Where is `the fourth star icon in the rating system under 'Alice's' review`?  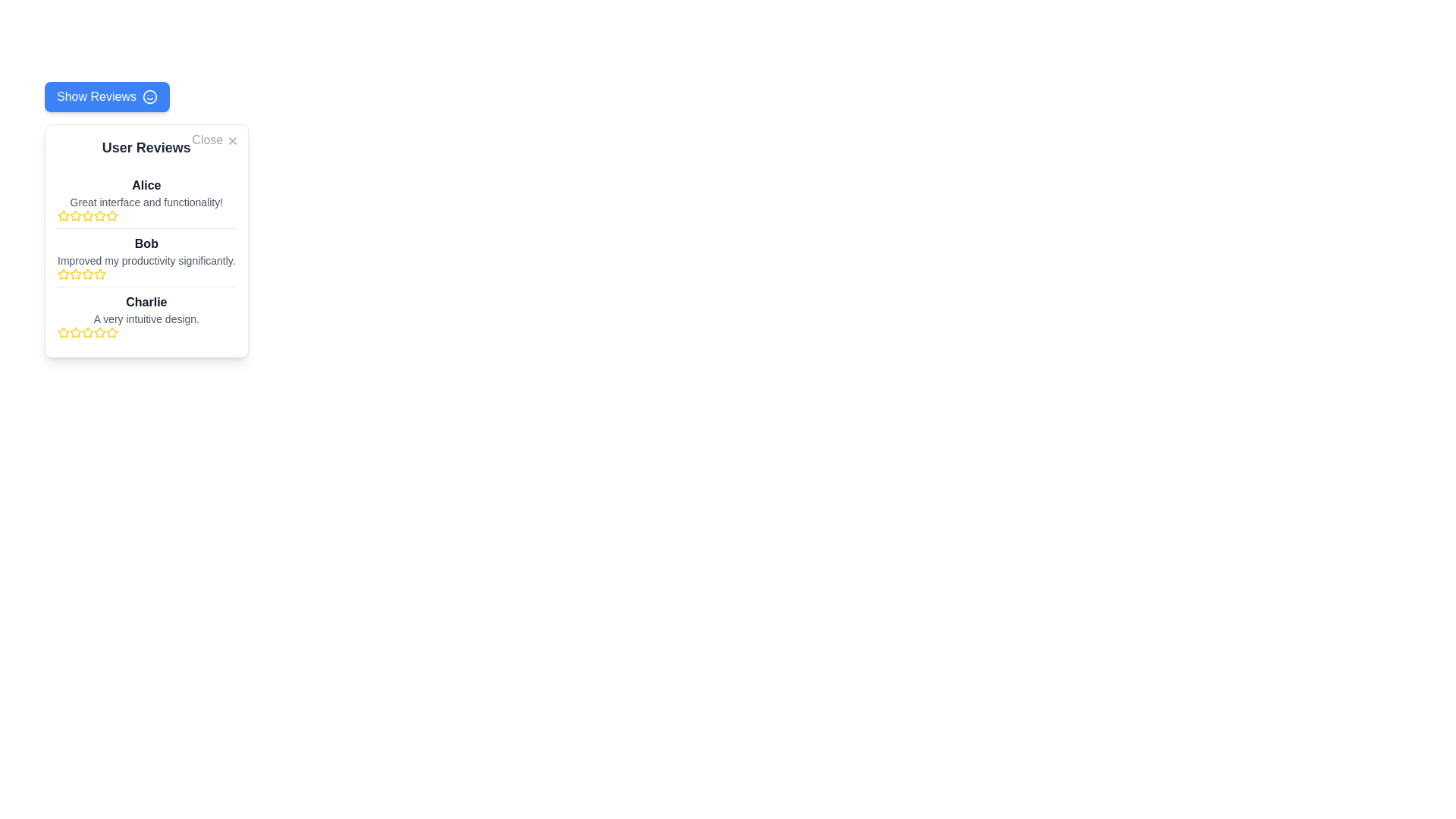 the fourth star icon in the rating system under 'Alice's' review is located at coordinates (86, 216).